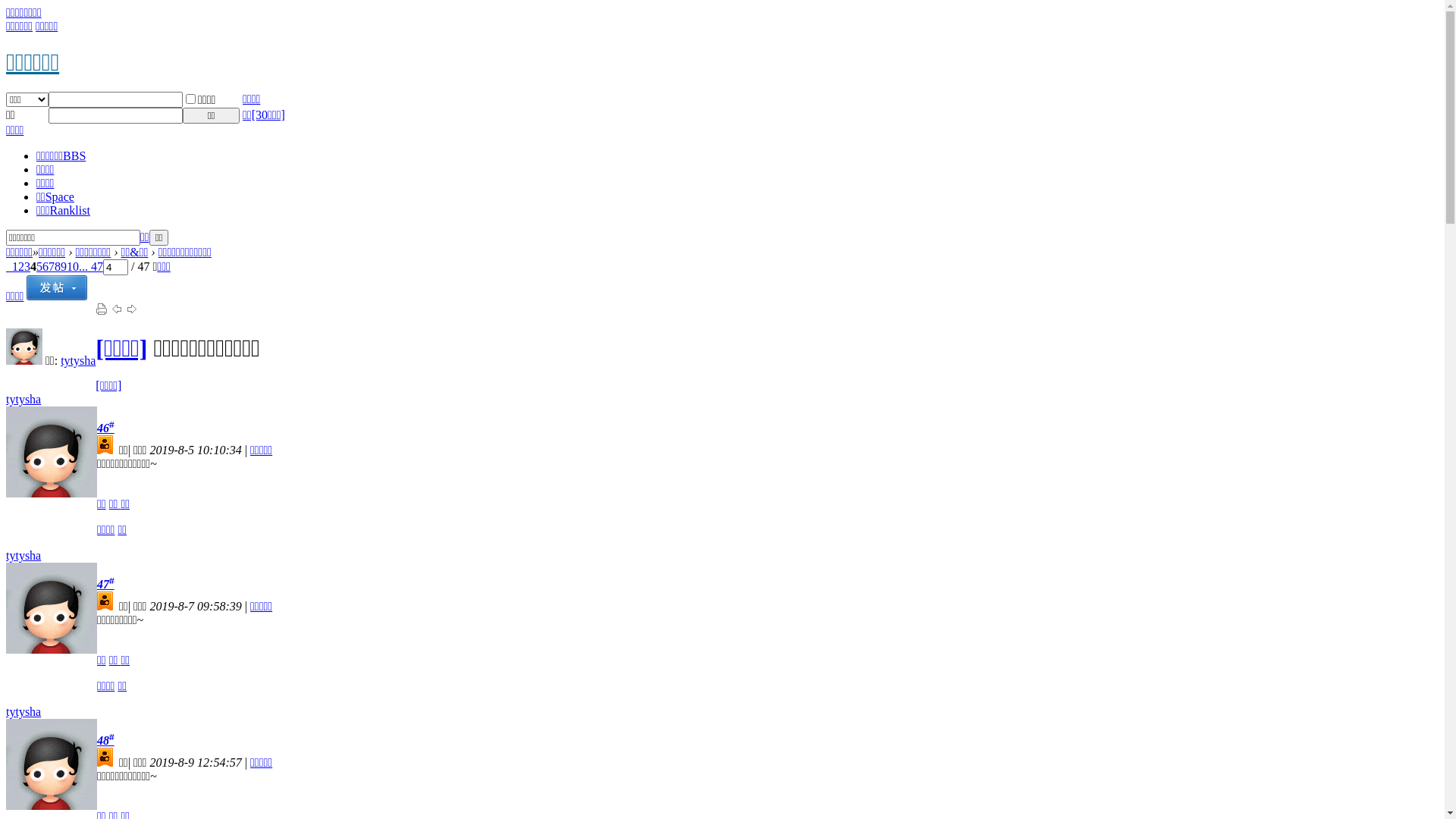 Image resolution: width=1456 pixels, height=819 pixels. What do you see at coordinates (72, 265) in the screenshot?
I see `'10'` at bounding box center [72, 265].